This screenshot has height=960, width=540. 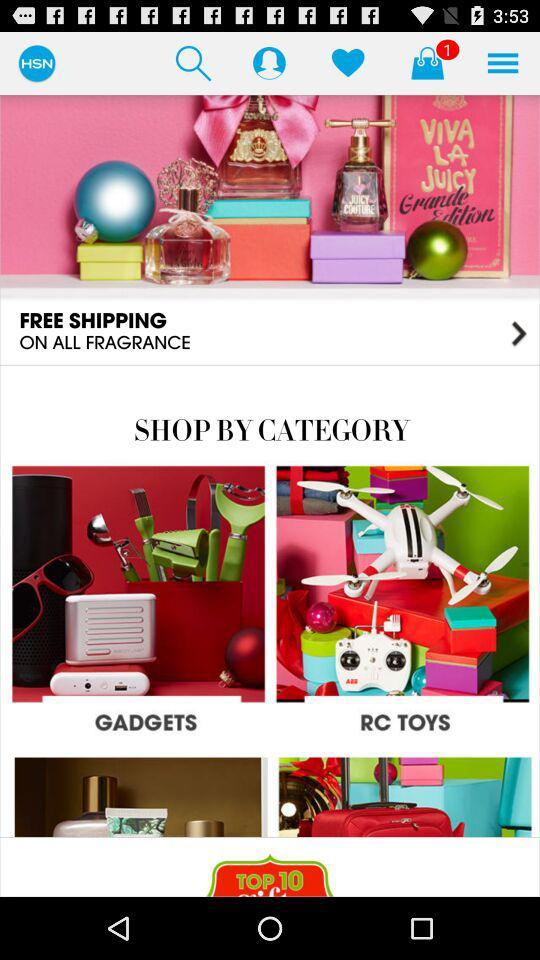 I want to click on open shopping cart, so click(x=426, y=62).